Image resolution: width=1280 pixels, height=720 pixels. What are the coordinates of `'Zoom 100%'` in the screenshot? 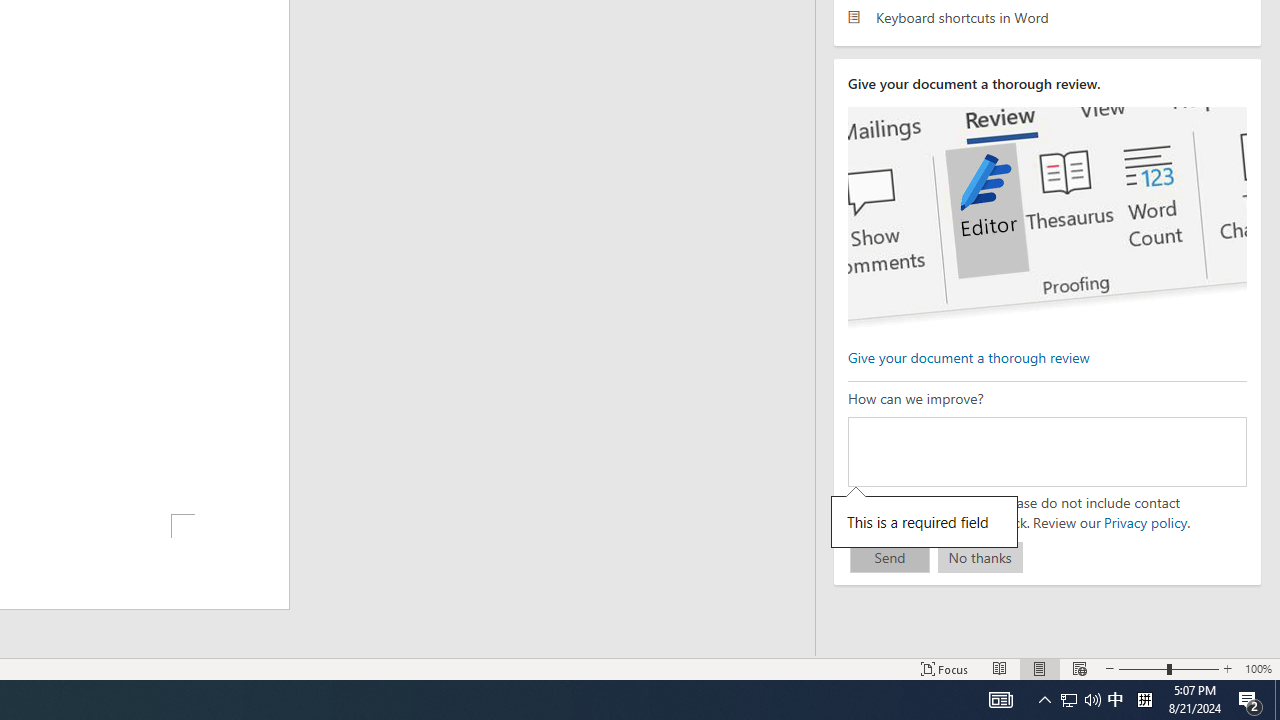 It's located at (1257, 669).